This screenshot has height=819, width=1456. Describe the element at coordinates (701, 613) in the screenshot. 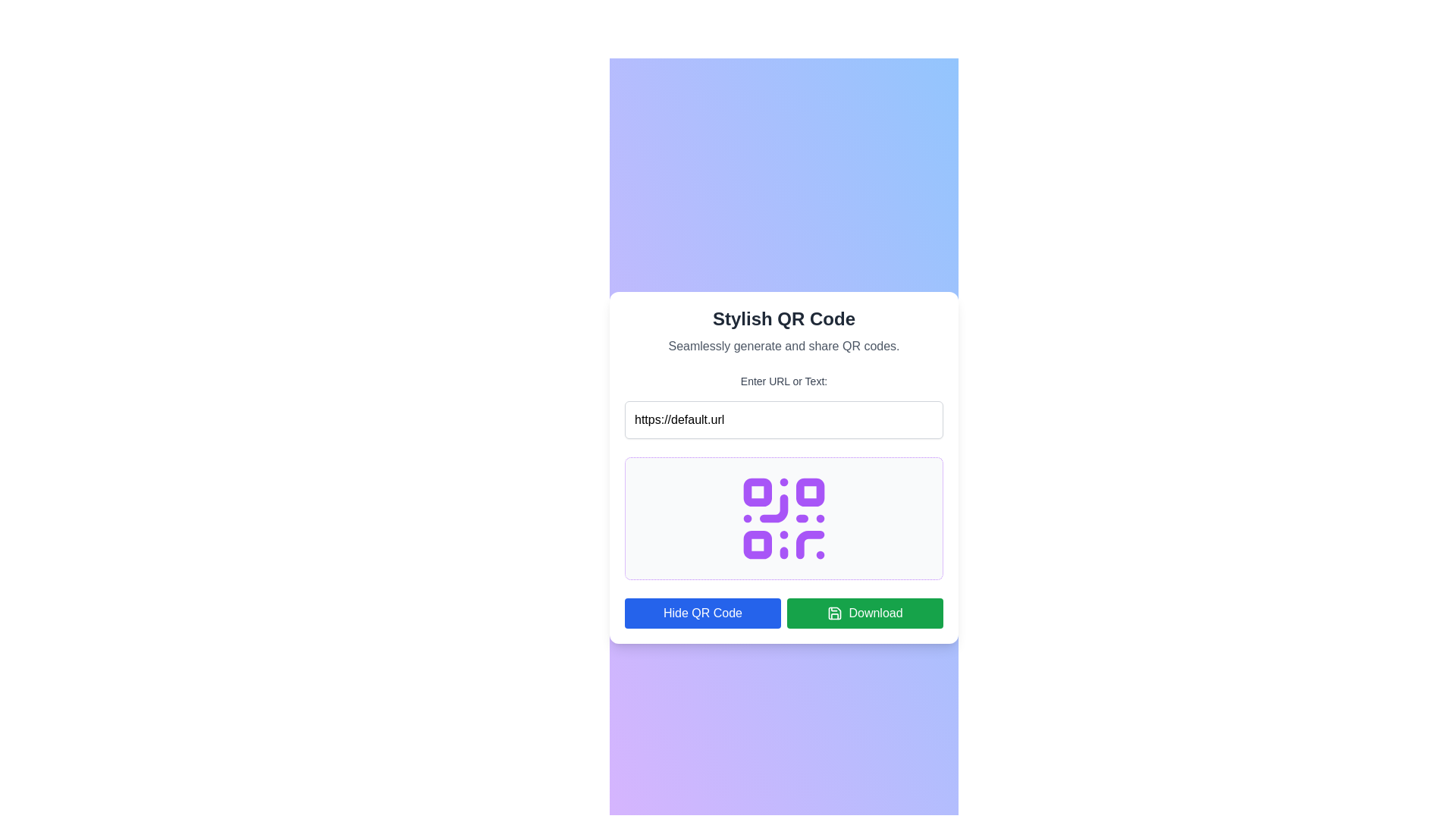

I see `the blue 'Hide QR Code' button with white text located below the QR code display area, on the left side of a two-button layout` at that location.